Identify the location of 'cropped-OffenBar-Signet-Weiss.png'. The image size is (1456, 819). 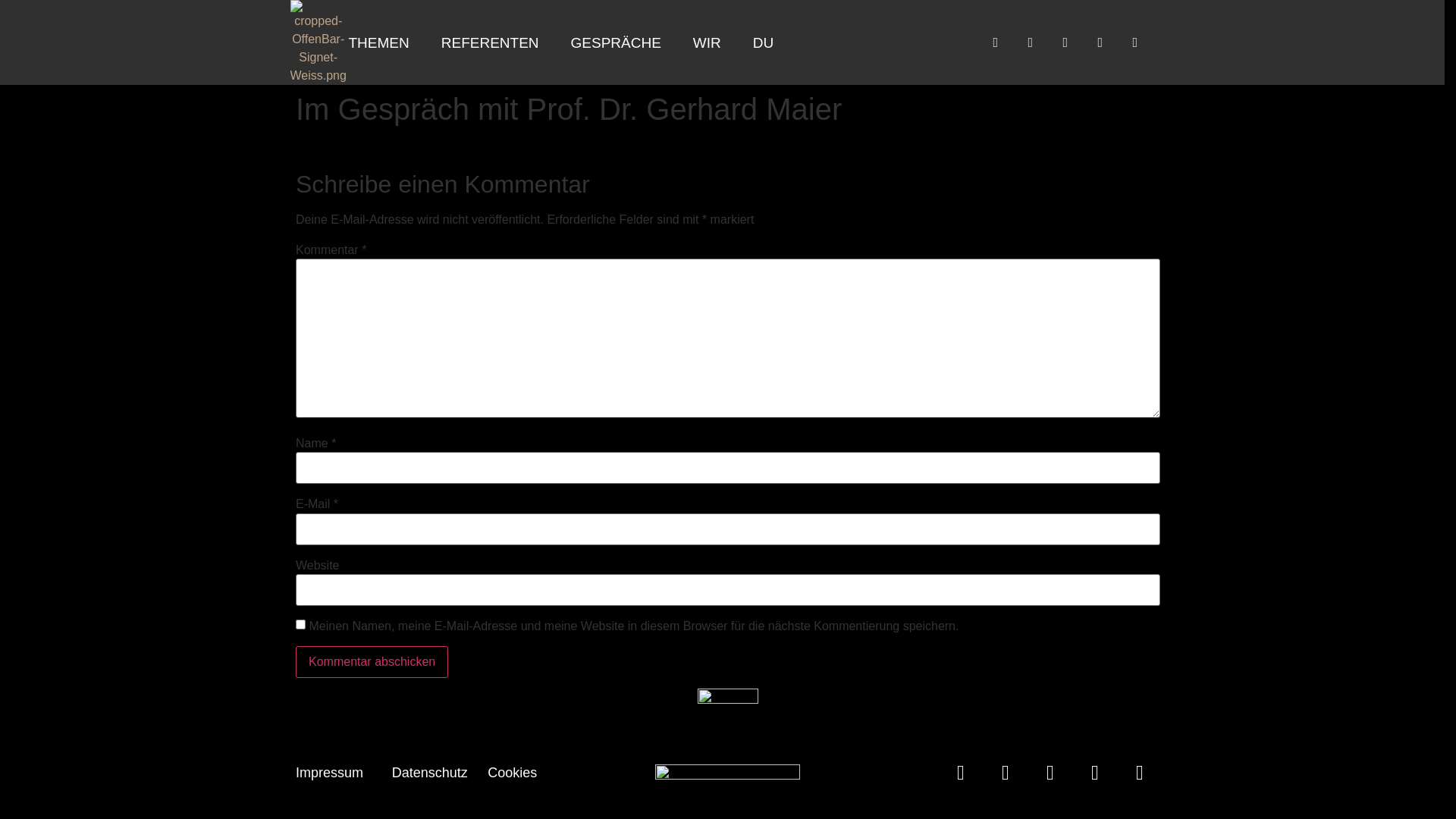
(290, 42).